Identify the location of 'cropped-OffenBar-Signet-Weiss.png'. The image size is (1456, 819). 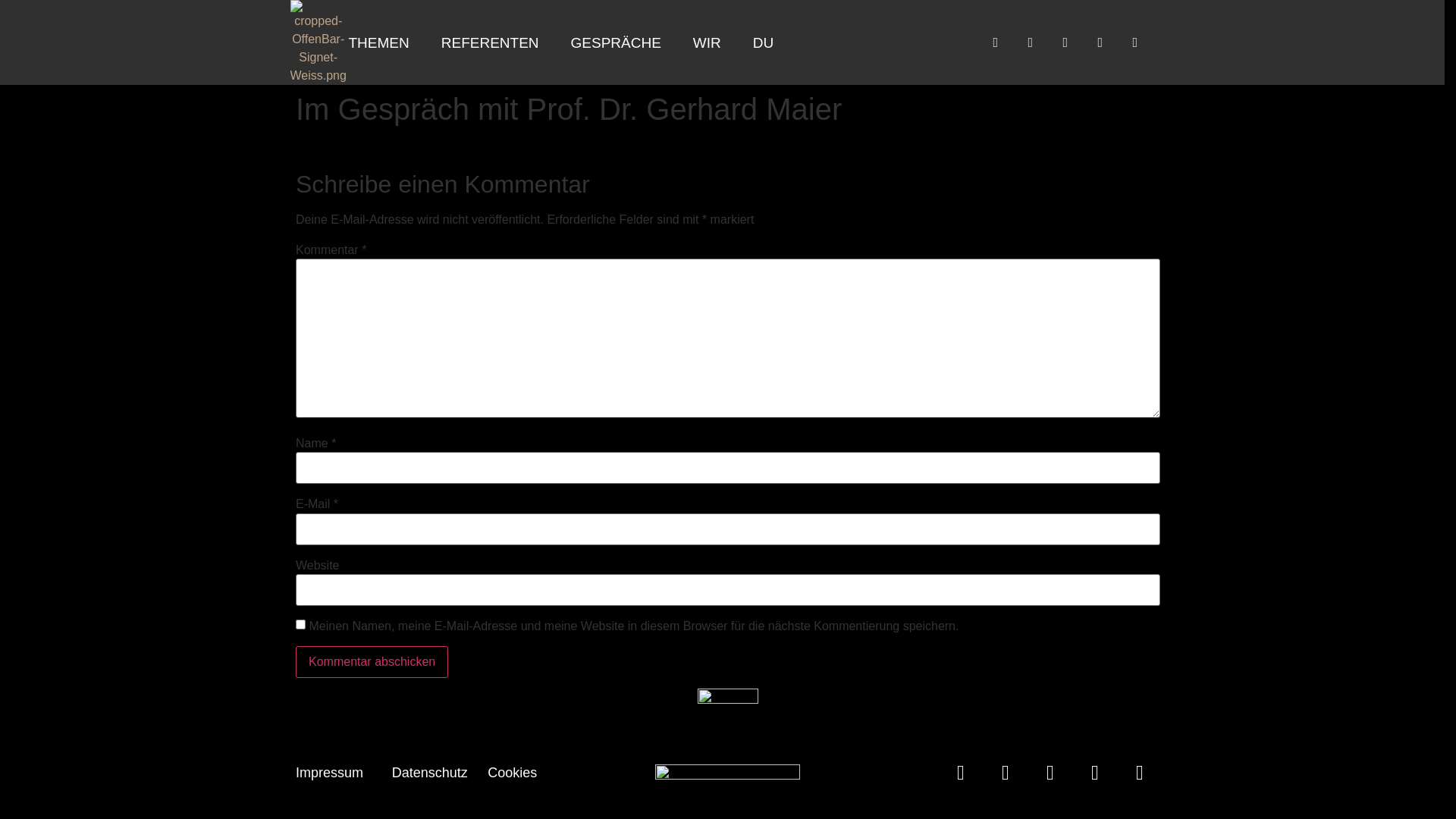
(290, 42).